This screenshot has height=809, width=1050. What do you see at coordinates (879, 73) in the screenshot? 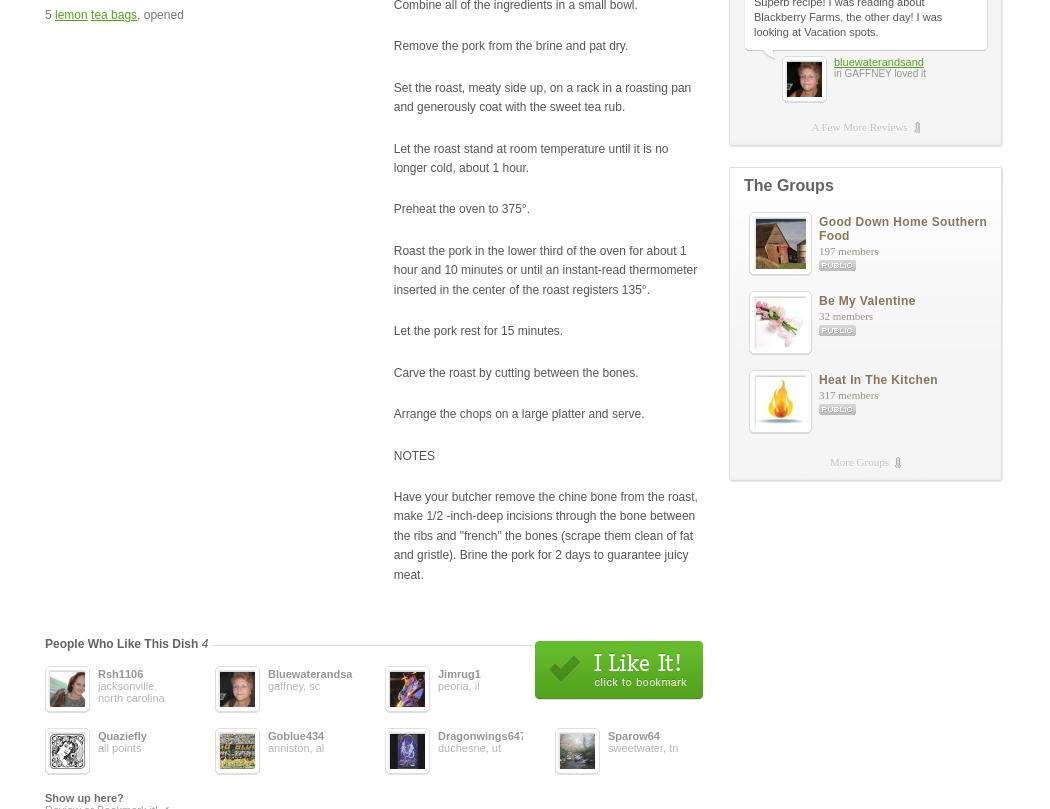
I see `'in GAFFNEY loved it'` at bounding box center [879, 73].